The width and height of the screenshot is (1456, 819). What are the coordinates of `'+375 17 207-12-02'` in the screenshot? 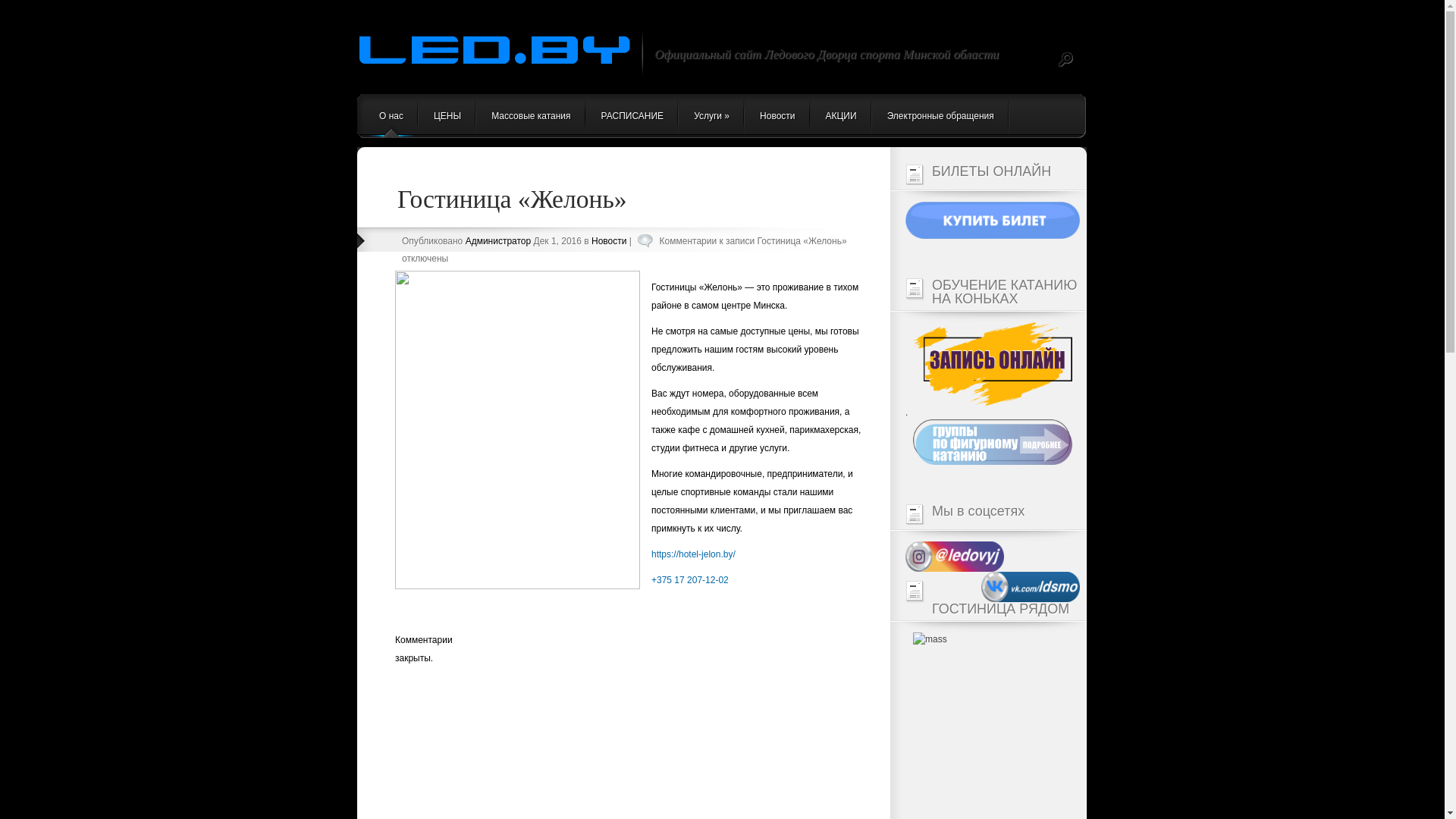 It's located at (651, 579).